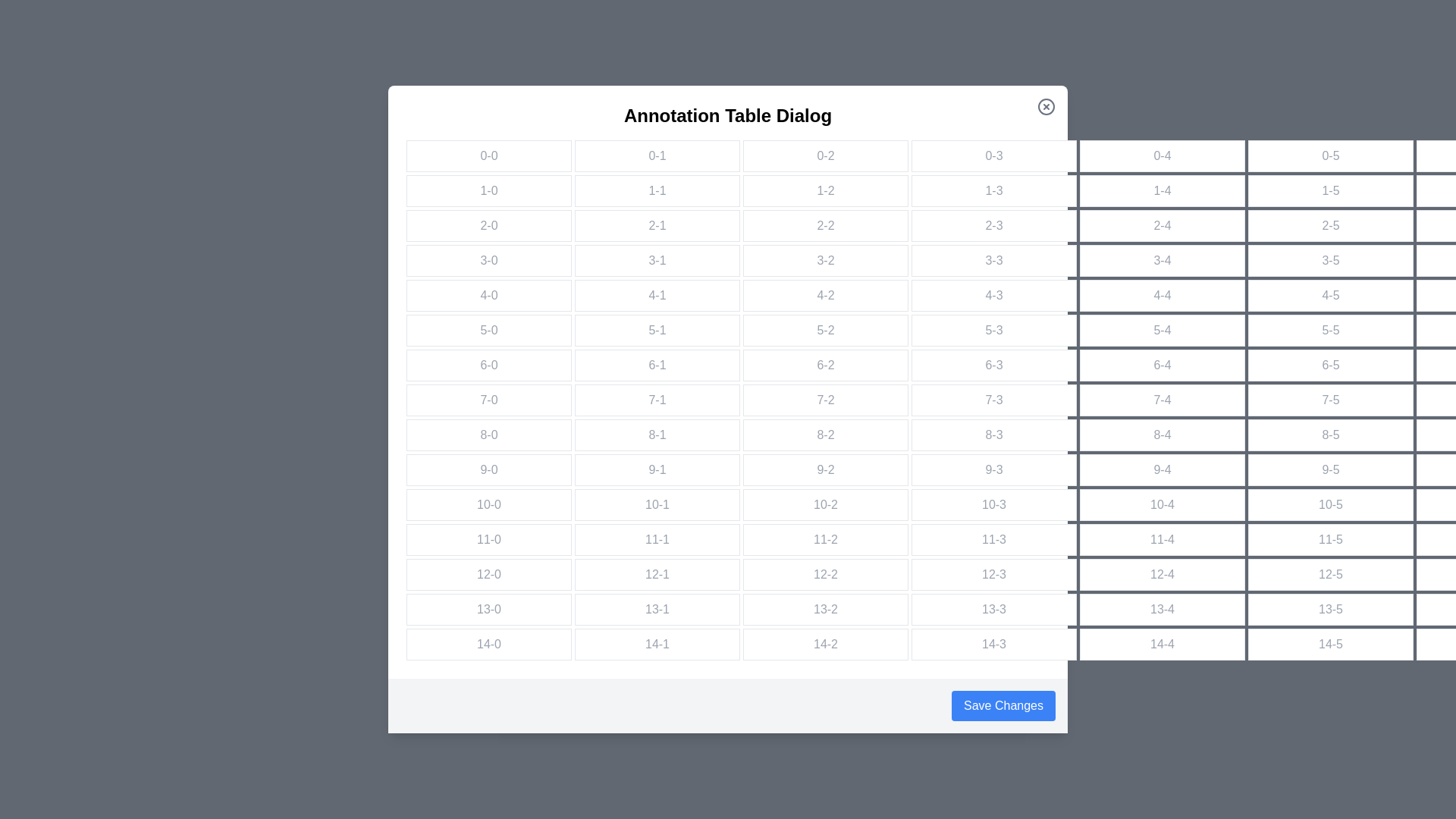 The image size is (1456, 819). Describe the element at coordinates (1003, 705) in the screenshot. I see `the 'Save Changes' button to save the changes` at that location.